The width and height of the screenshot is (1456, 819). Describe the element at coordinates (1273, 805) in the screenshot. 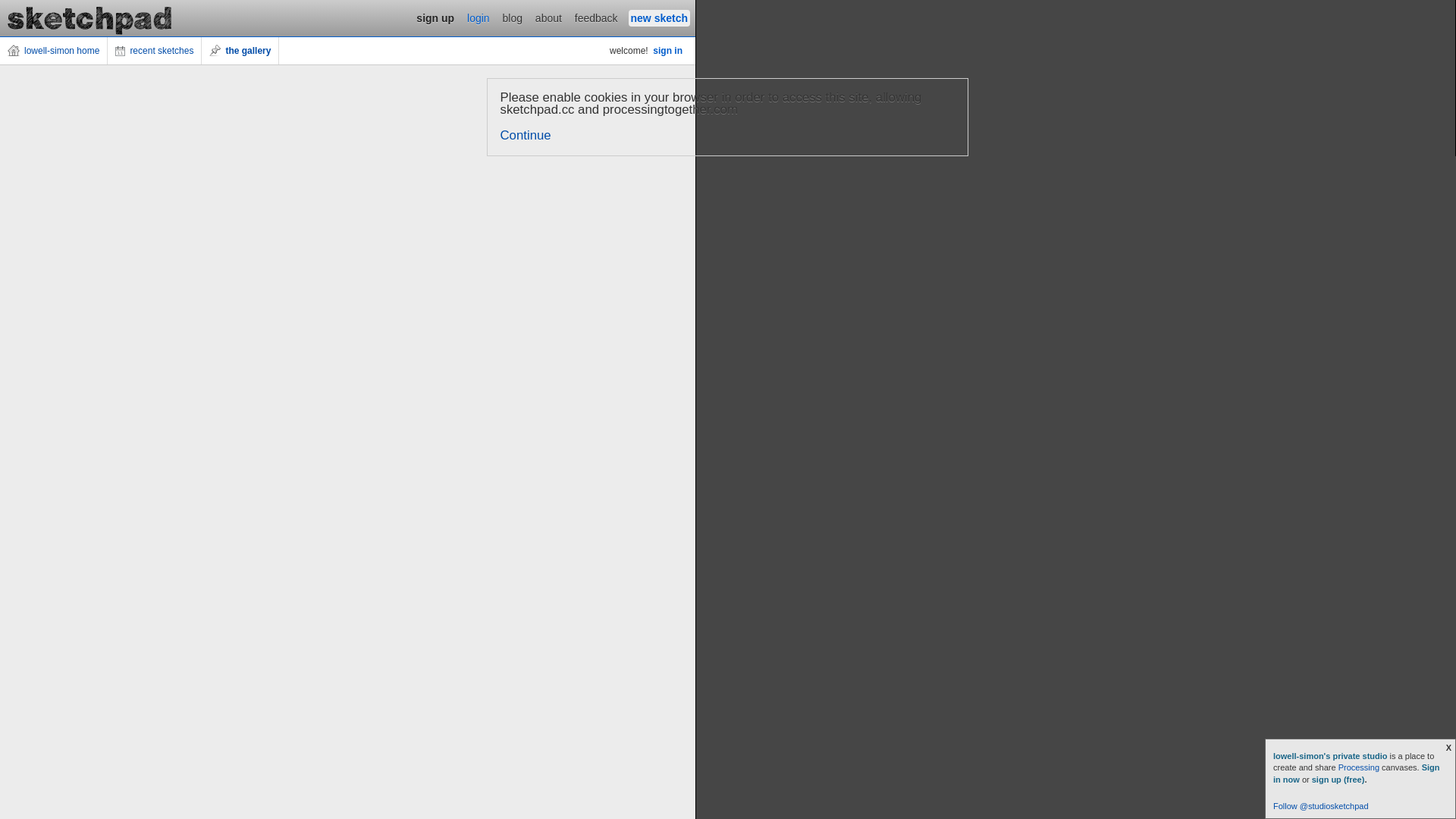

I see `'Follow @studiosketchpad'` at that location.